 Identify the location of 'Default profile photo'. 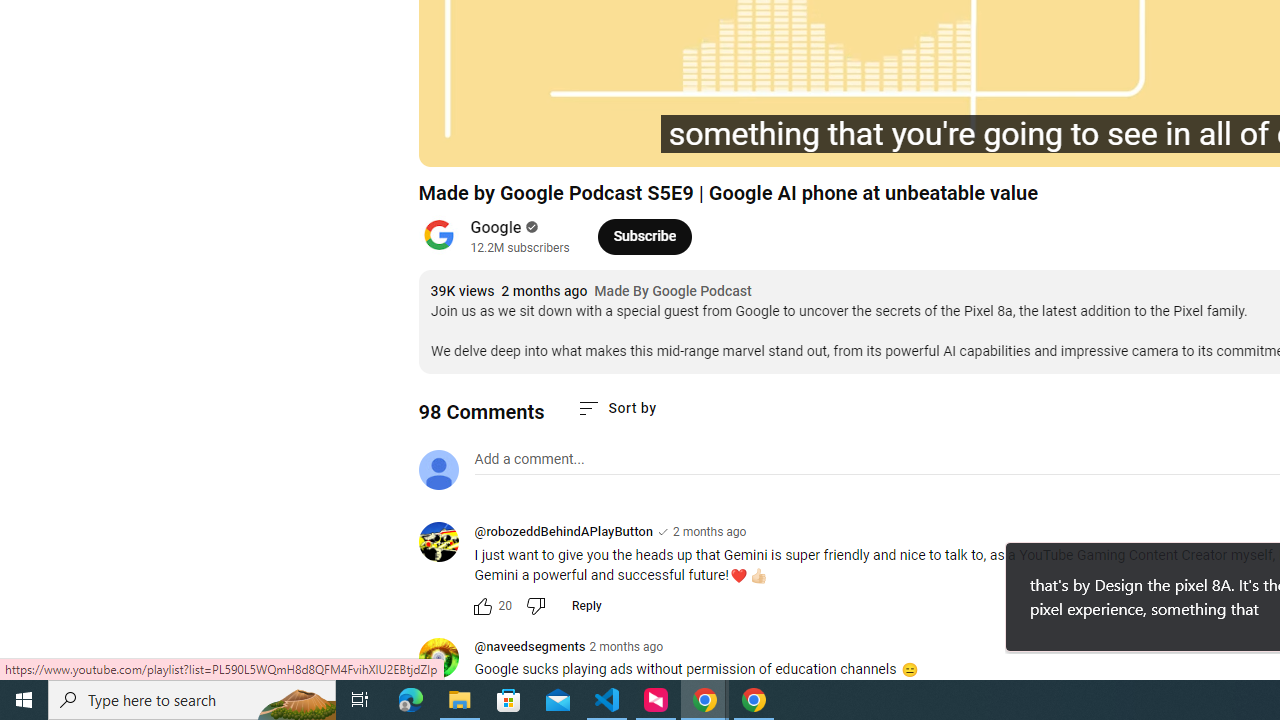
(438, 470).